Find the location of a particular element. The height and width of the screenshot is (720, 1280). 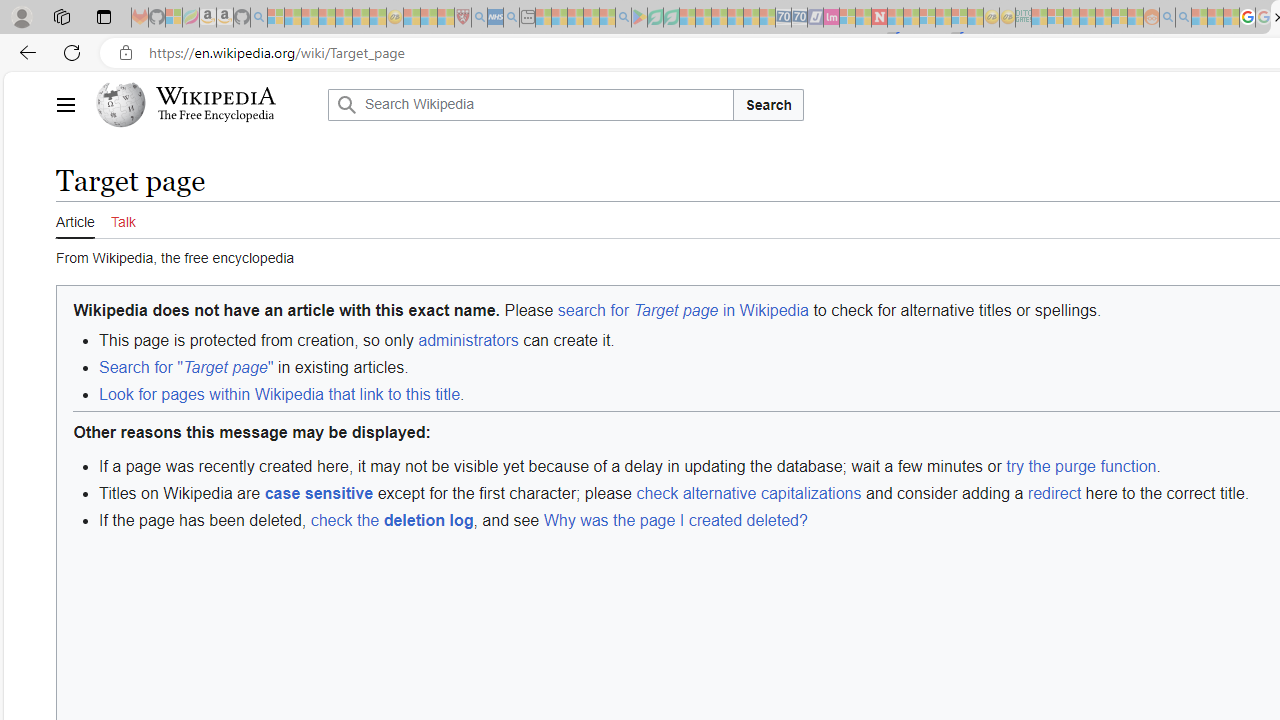

'Wikipedia' is located at coordinates (216, 96).